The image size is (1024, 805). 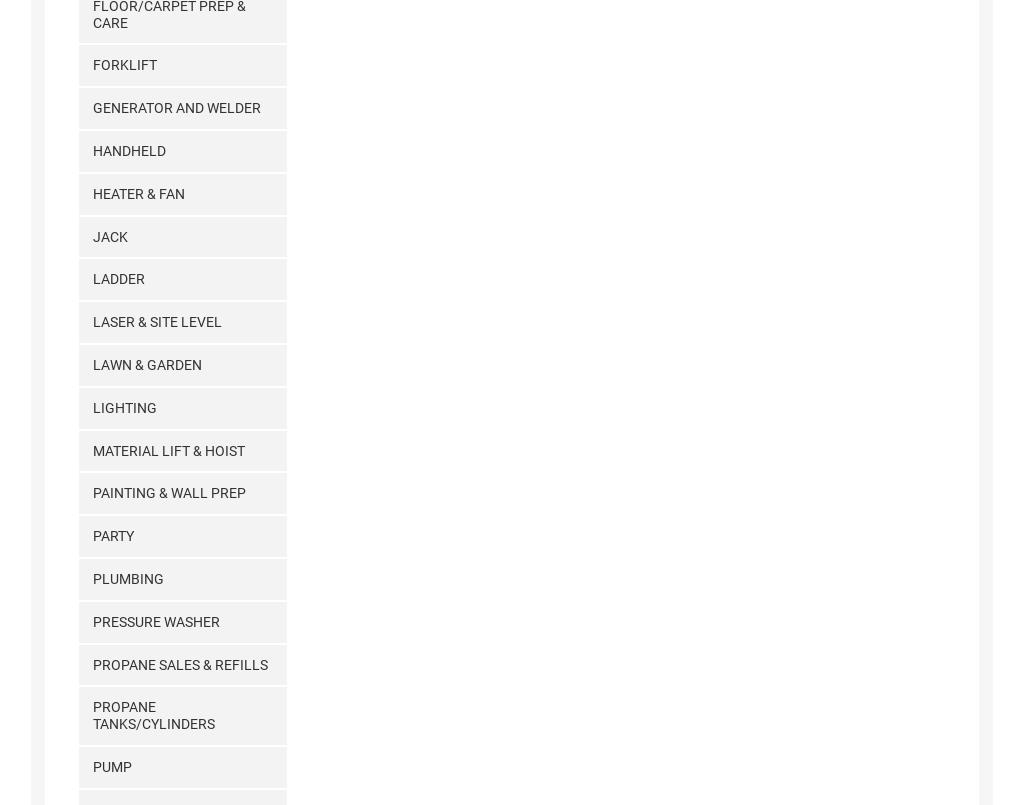 What do you see at coordinates (145, 364) in the screenshot?
I see `'Lawn & Garden'` at bounding box center [145, 364].